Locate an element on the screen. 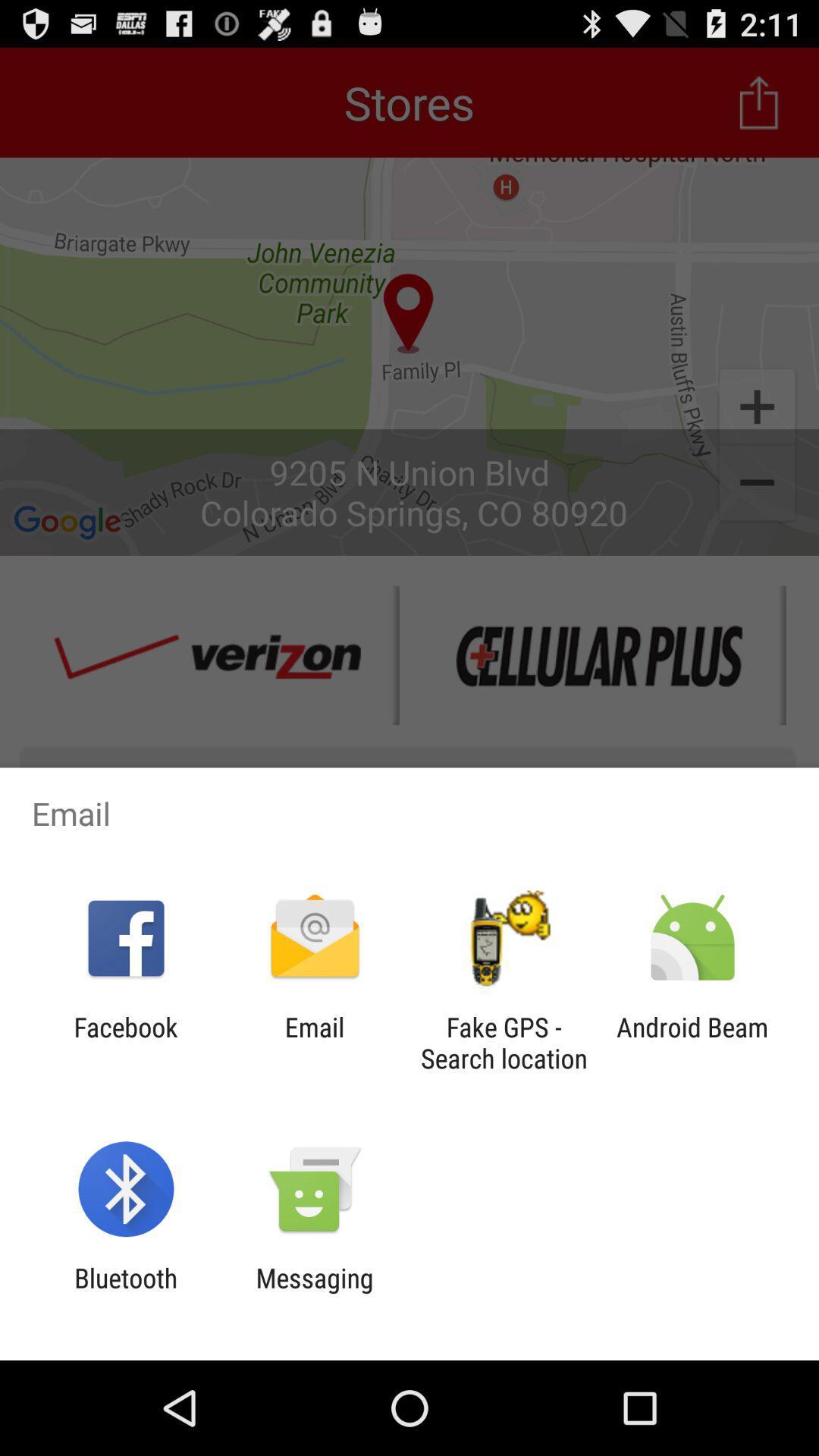  the bluetooth is located at coordinates (125, 1293).